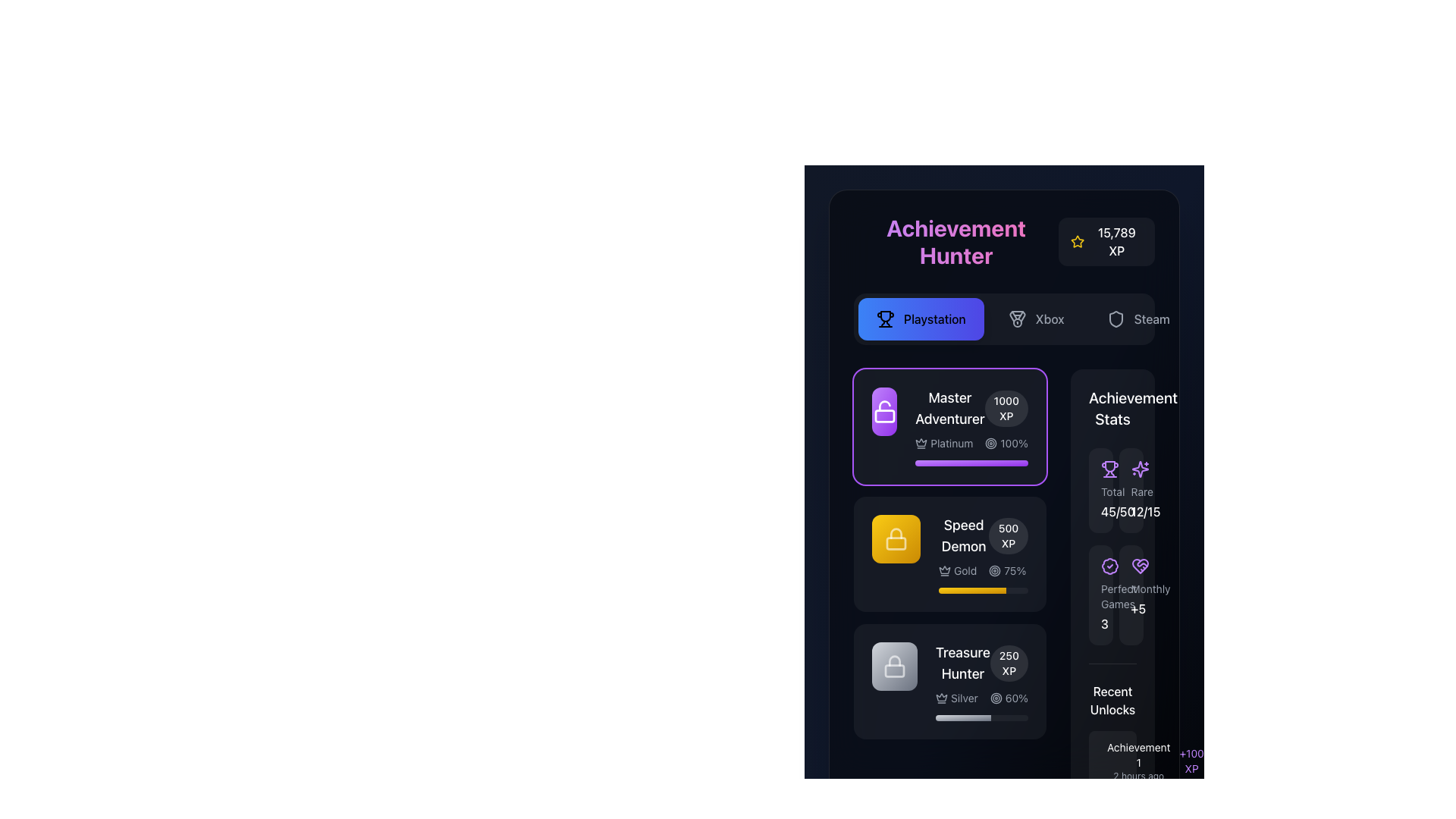 Image resolution: width=1456 pixels, height=819 pixels. What do you see at coordinates (1138, 755) in the screenshot?
I see `the static text label displaying 'Achievement 1', which is part of the 'Recent Unlocks' section located in the lower-right side of the interface` at bounding box center [1138, 755].